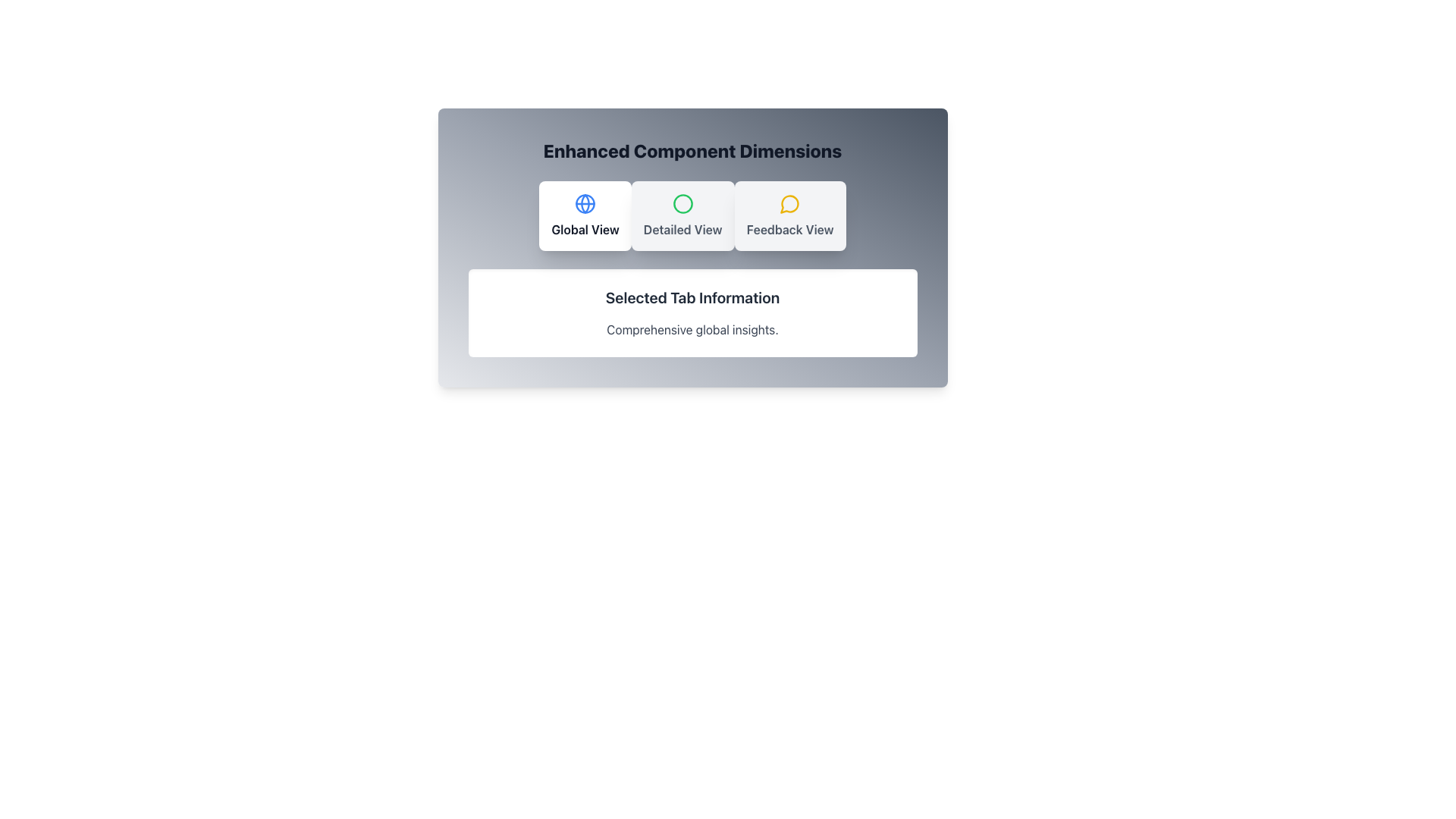 Image resolution: width=1456 pixels, height=819 pixels. I want to click on the circular blue element within the globe icon in the 'Global View' tab, so click(585, 203).